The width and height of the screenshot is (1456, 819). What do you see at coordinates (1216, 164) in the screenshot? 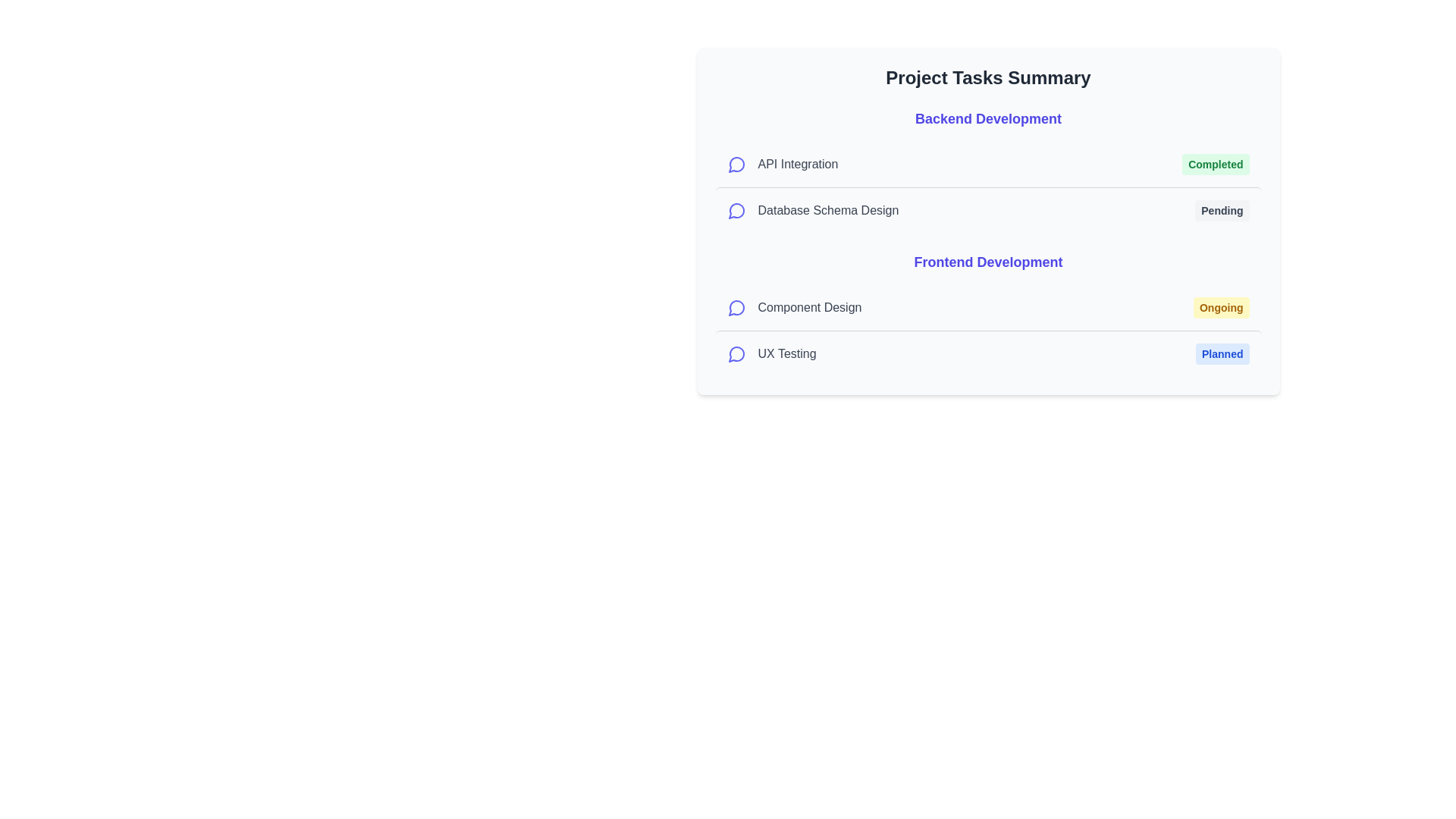
I see `the 'Completed' tag in the top-right corner of the 'API Integration' content block, which has a green background and green text color` at bounding box center [1216, 164].